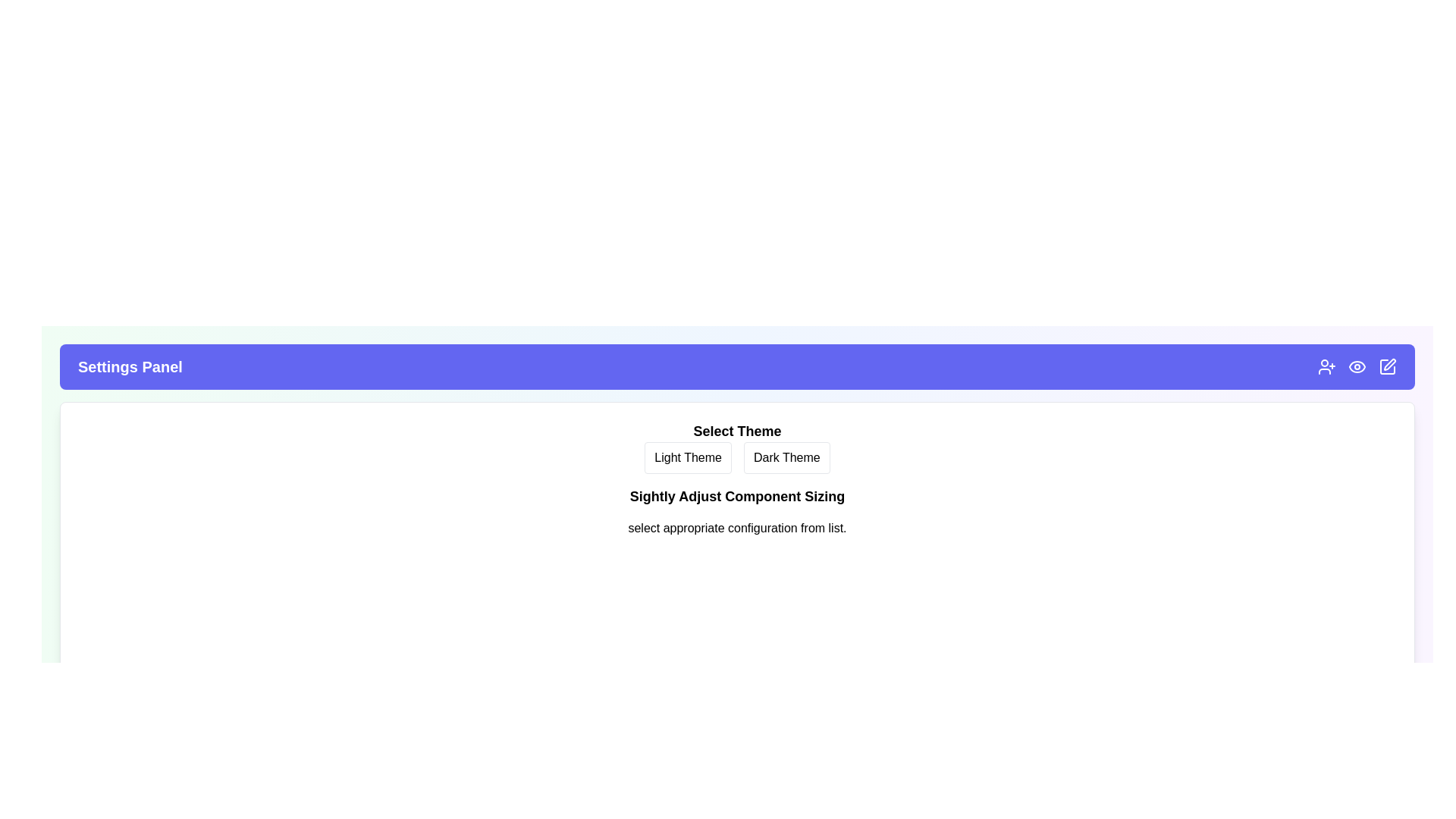 Image resolution: width=1456 pixels, height=819 pixels. I want to click on the 'Light Theme' button, which is a rectangular button with the text 'Light Theme' centered on it, located below the label 'Select Theme' and to the left of the 'Dark Theme' button, so click(687, 457).